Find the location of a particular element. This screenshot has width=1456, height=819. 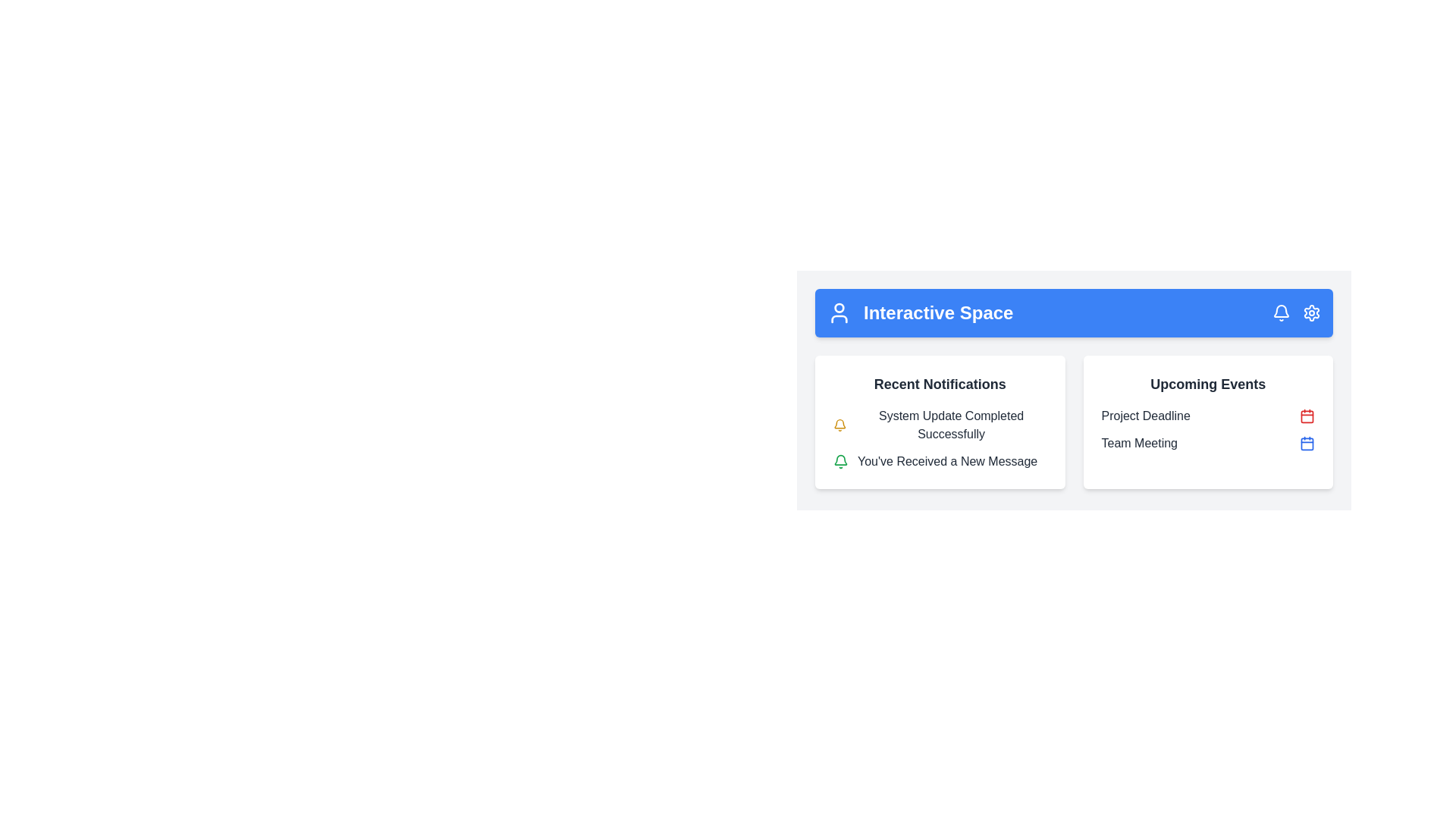

the calendar icon located in the upper right of the 'Upcoming Events' section is located at coordinates (1306, 444).